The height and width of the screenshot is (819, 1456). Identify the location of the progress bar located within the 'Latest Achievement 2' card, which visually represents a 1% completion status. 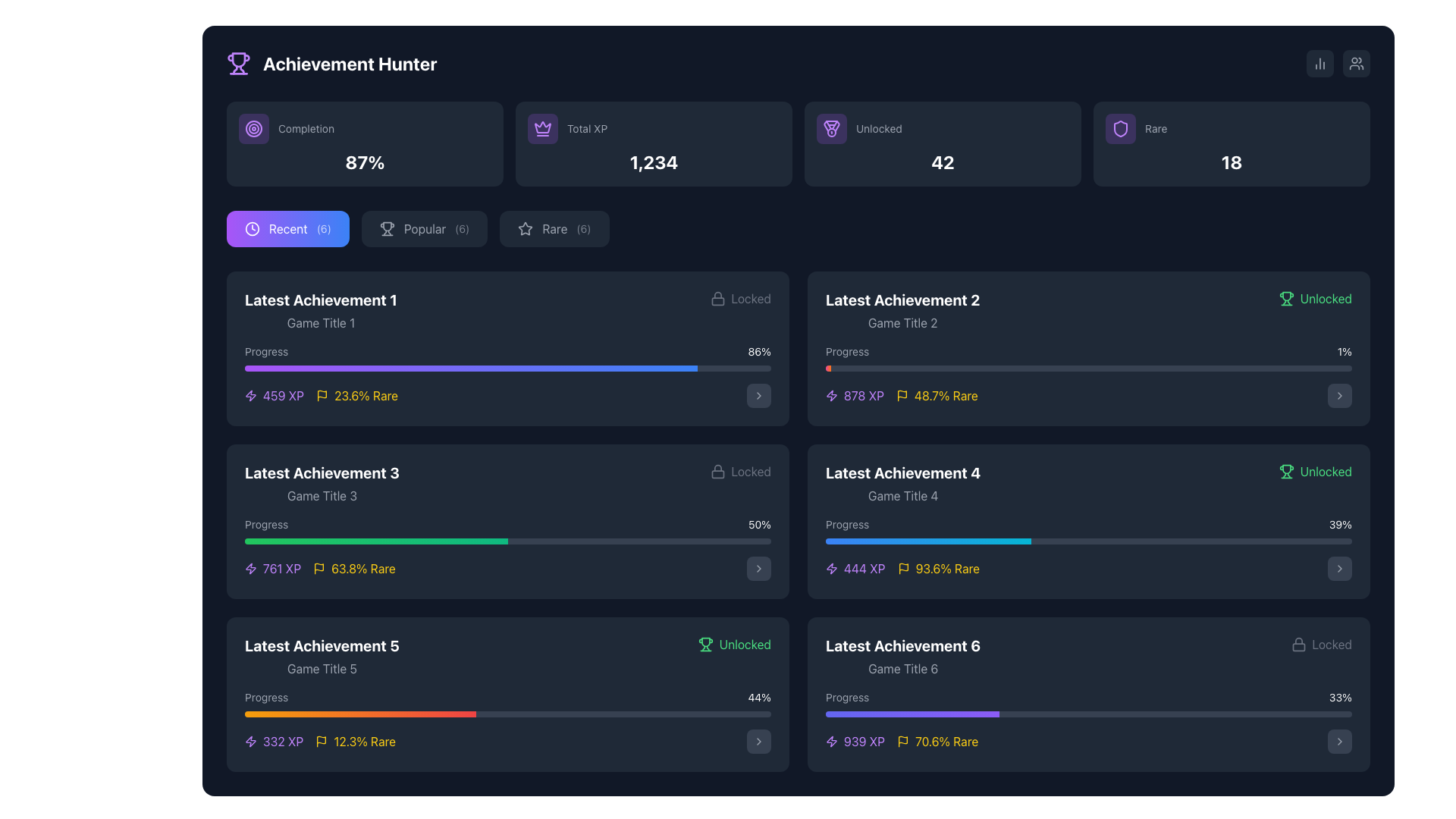
(1087, 357).